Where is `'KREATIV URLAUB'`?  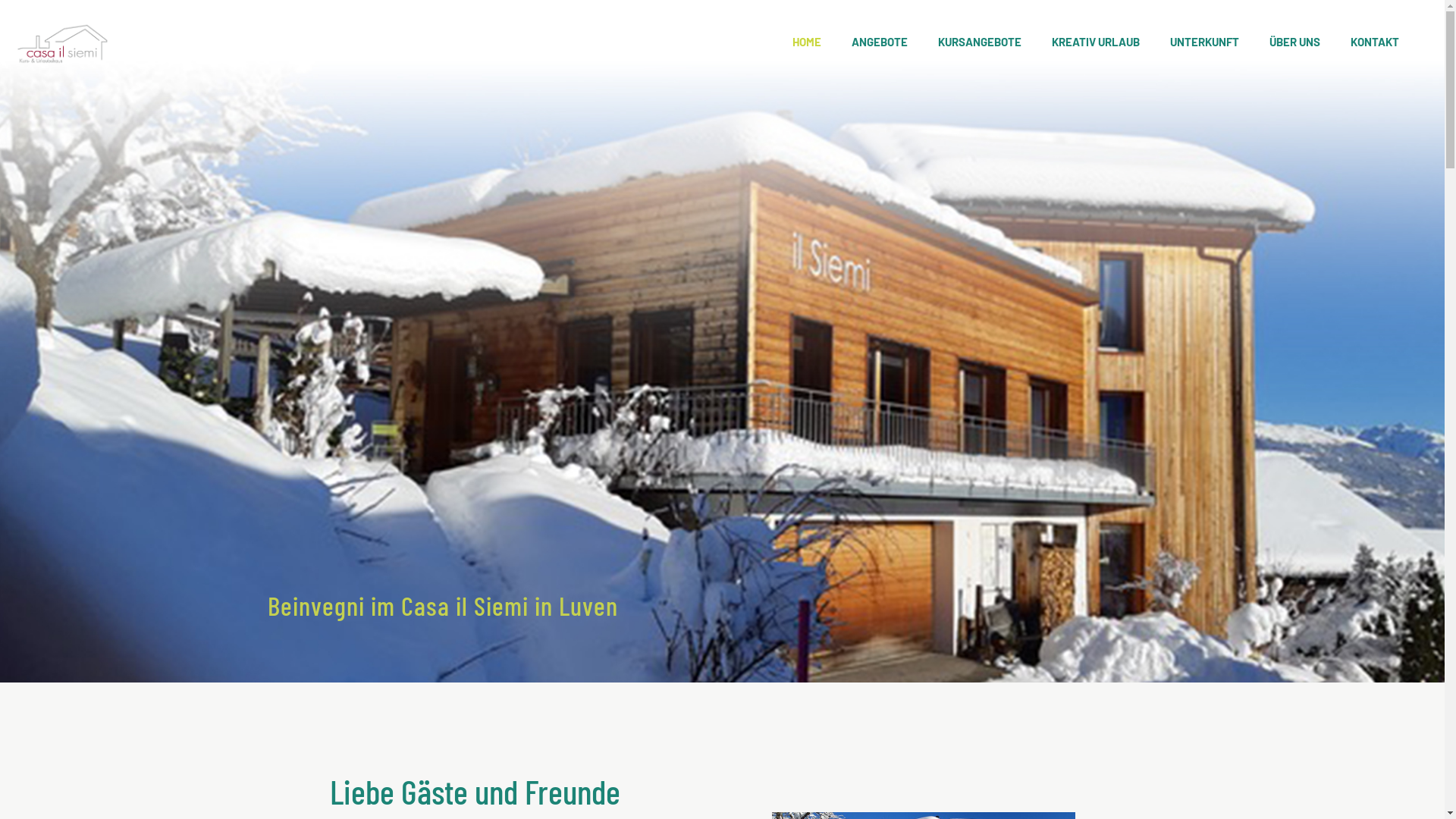 'KREATIV URLAUB' is located at coordinates (1095, 40).